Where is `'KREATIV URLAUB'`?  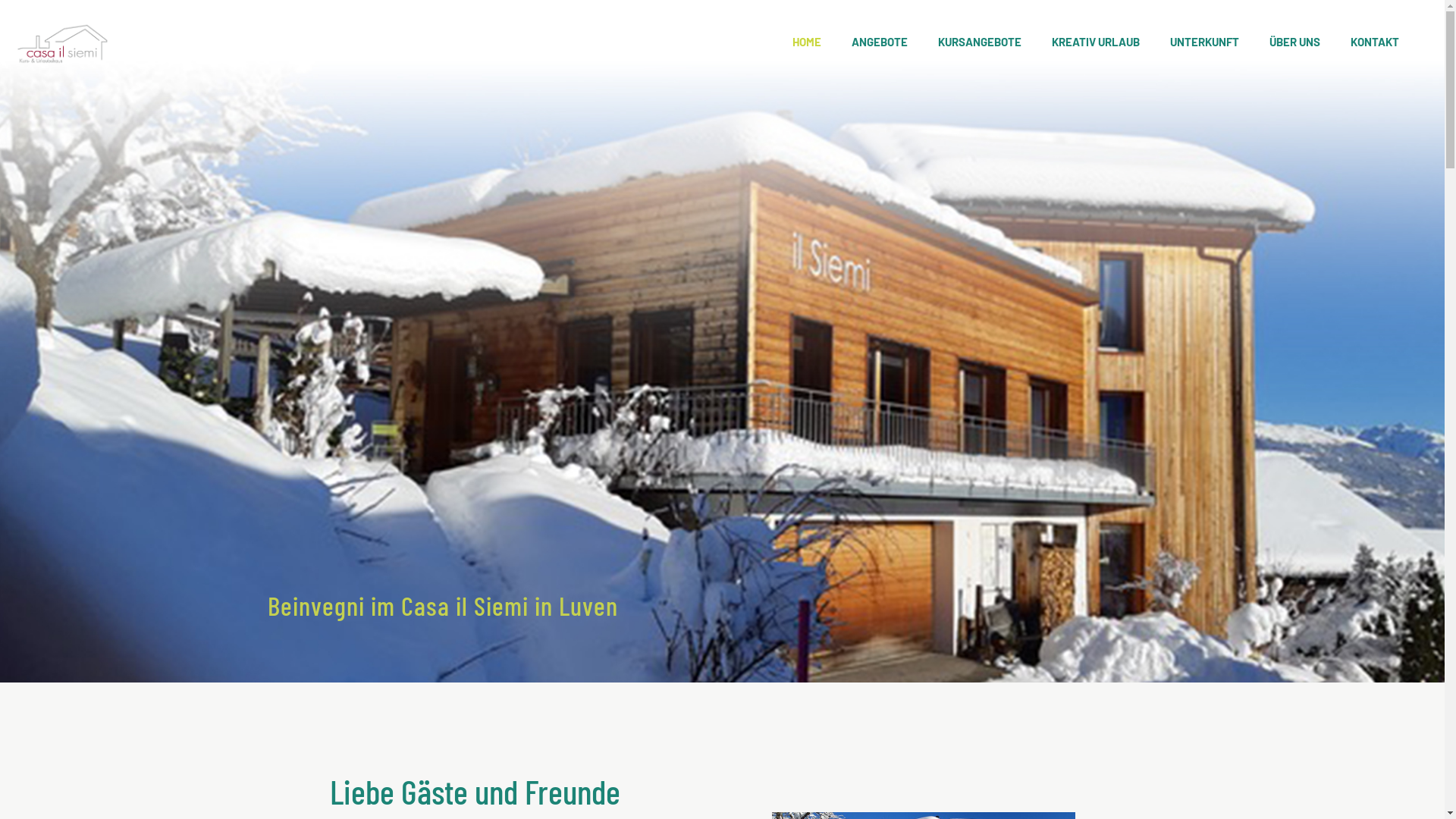 'KREATIV URLAUB' is located at coordinates (1095, 40).